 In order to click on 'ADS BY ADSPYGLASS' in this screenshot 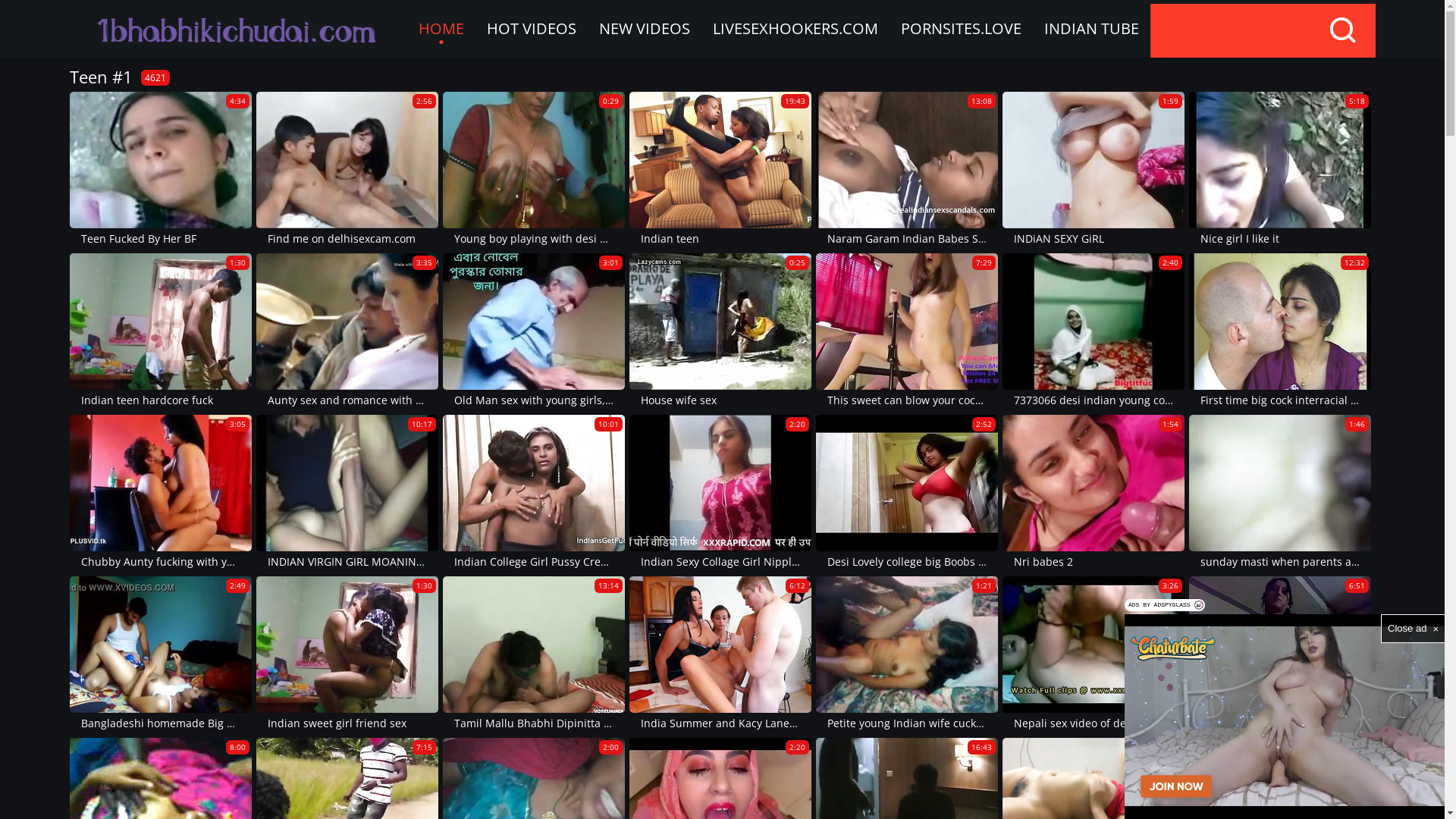, I will do `click(1125, 604)`.